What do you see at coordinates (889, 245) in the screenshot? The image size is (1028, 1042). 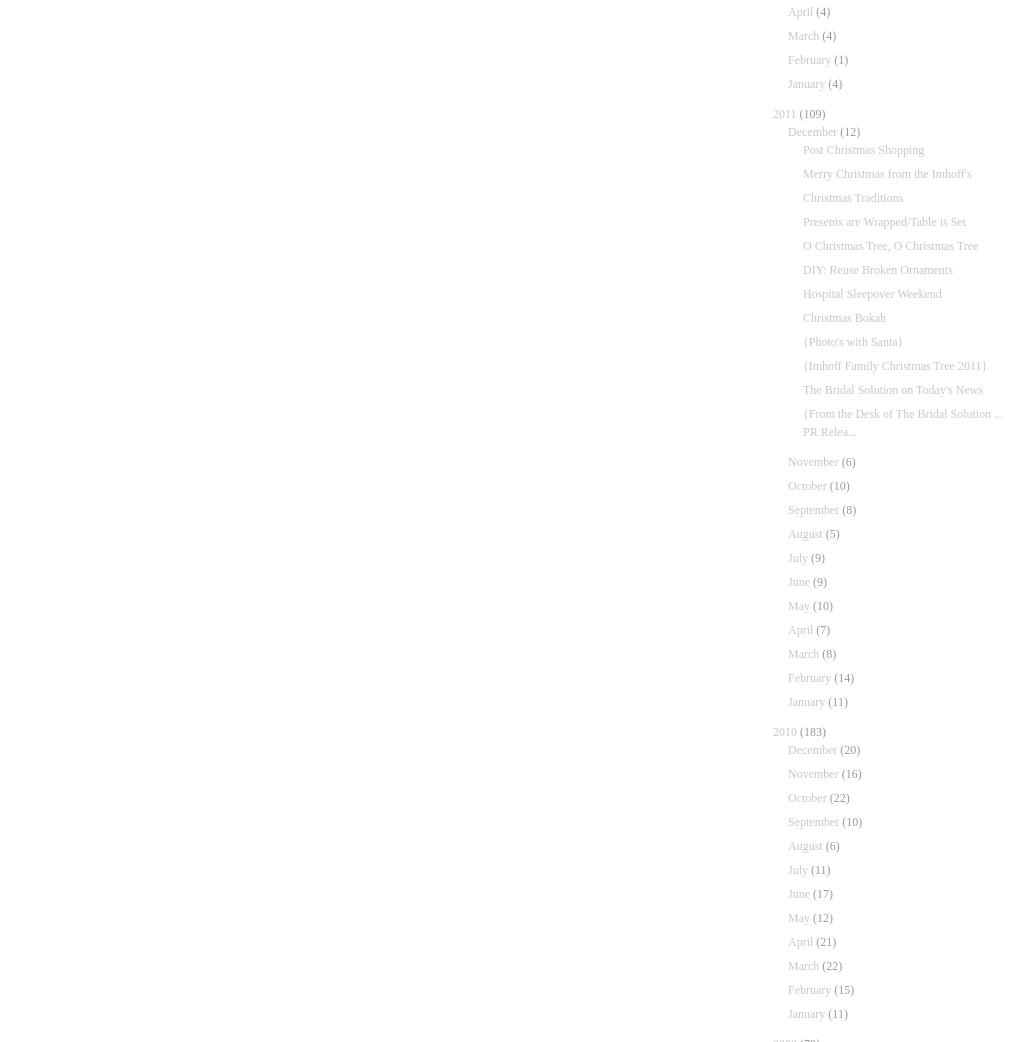 I see `'O Christmas Tree, O Christmas Tree'` at bounding box center [889, 245].